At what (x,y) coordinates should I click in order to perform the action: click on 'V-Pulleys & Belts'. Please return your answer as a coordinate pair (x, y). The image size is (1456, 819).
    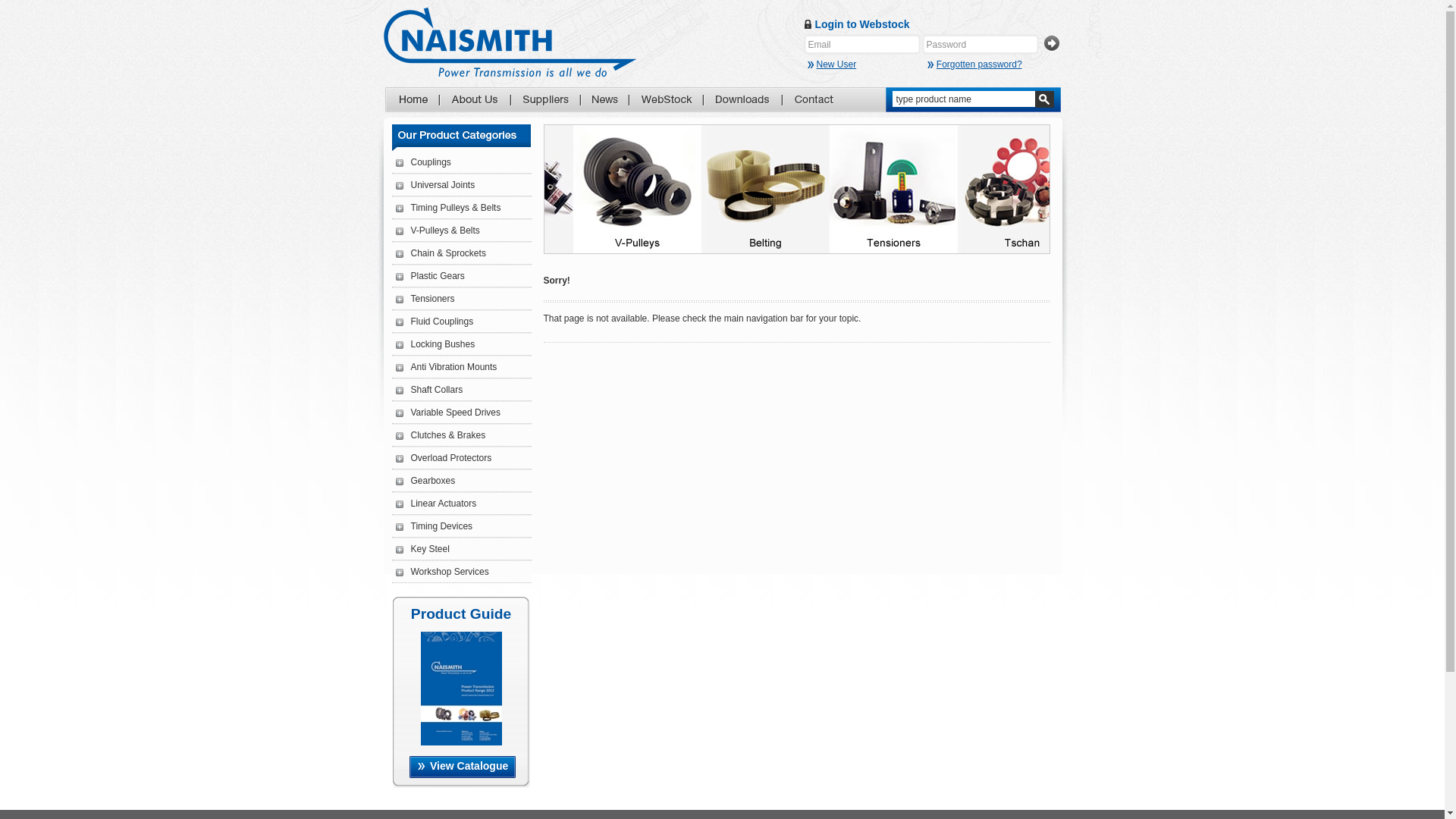
    Looking at the image, I should click on (437, 231).